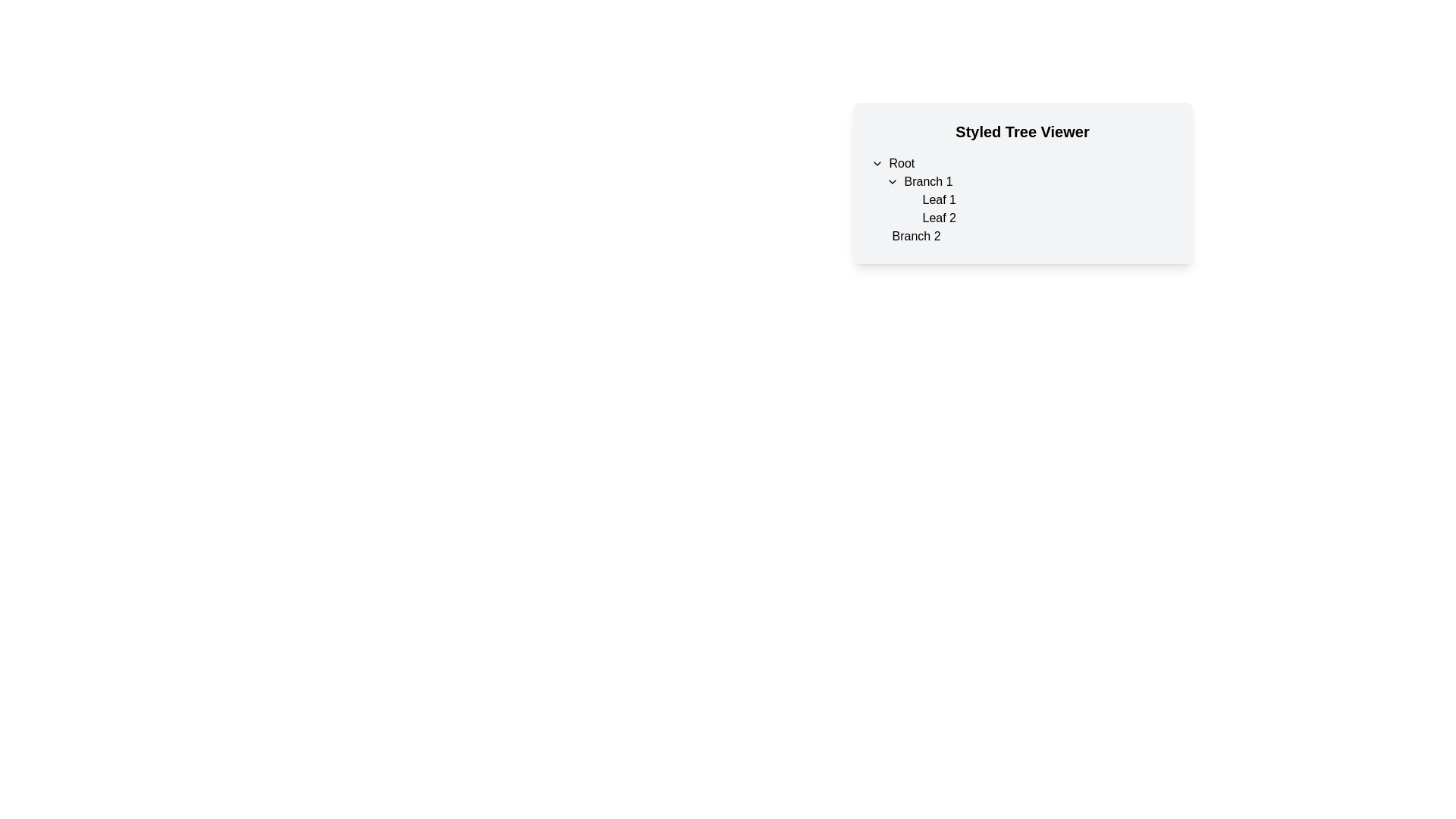 The width and height of the screenshot is (1456, 819). I want to click on the 'Branch 1' tree node, so click(1022, 199).